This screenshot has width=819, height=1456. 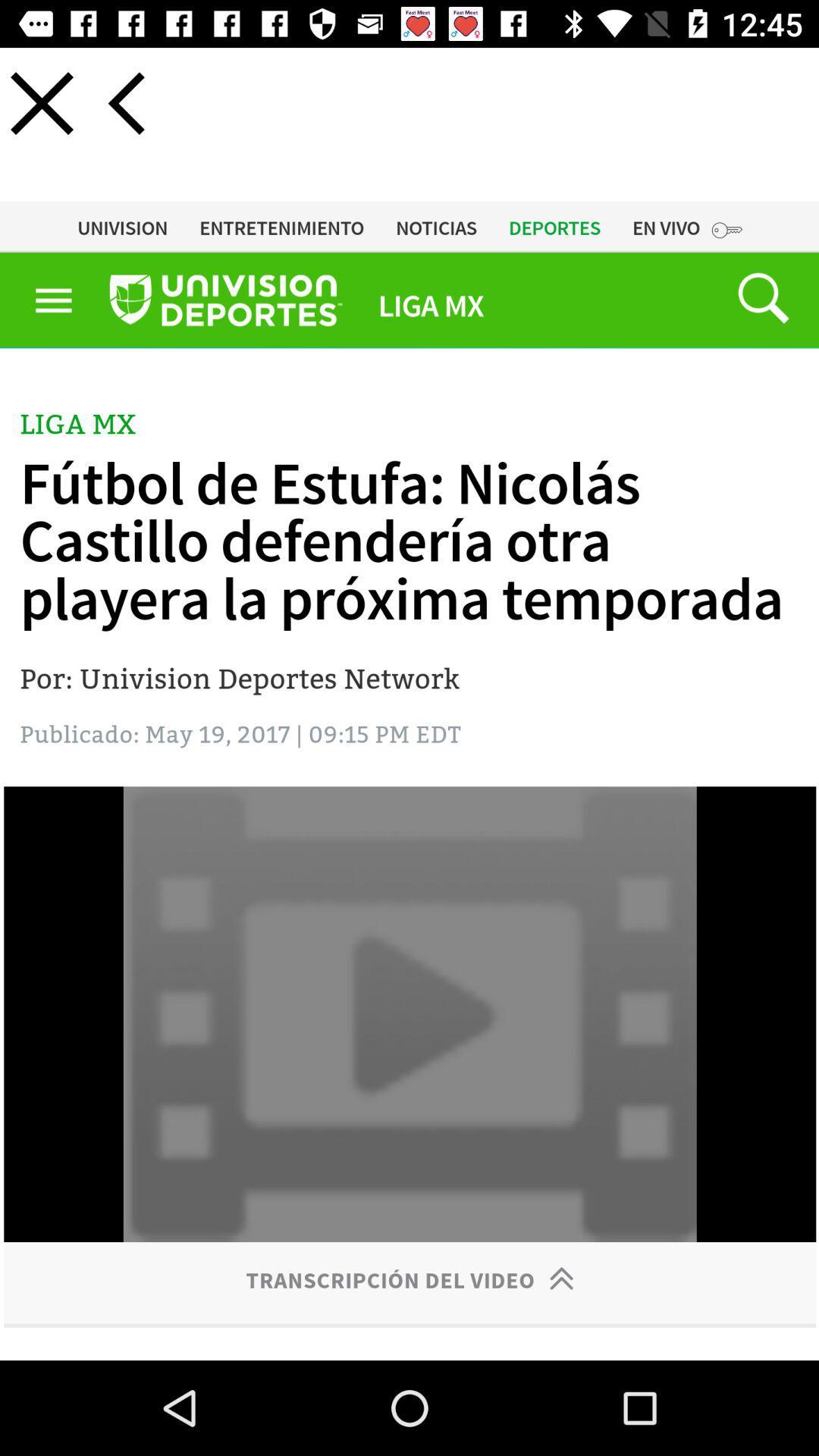 I want to click on page, so click(x=41, y=102).